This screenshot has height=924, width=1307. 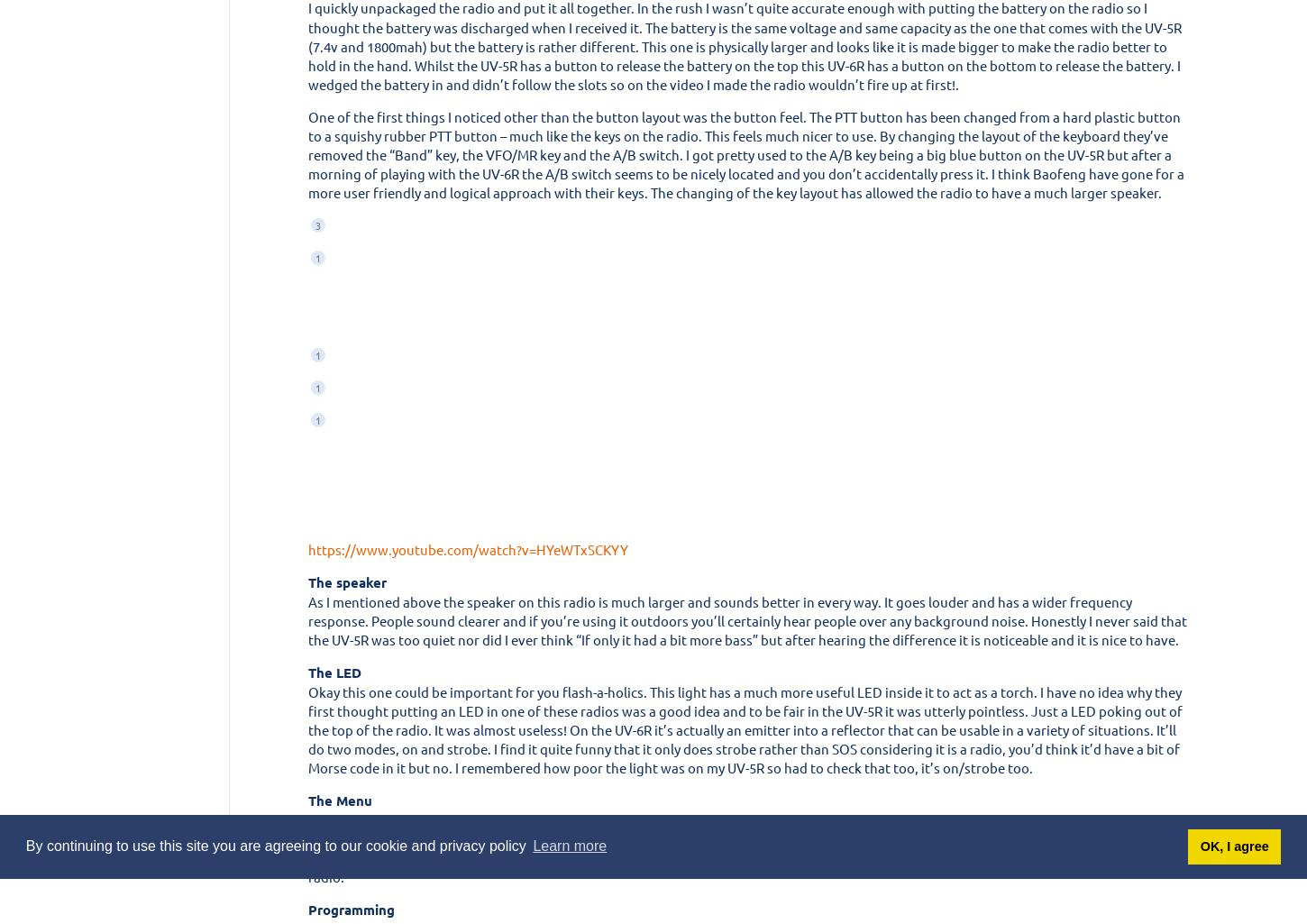 What do you see at coordinates (277, 846) in the screenshot?
I see `'By continuing to use this site you are agreeing to our cookie and privacy policy'` at bounding box center [277, 846].